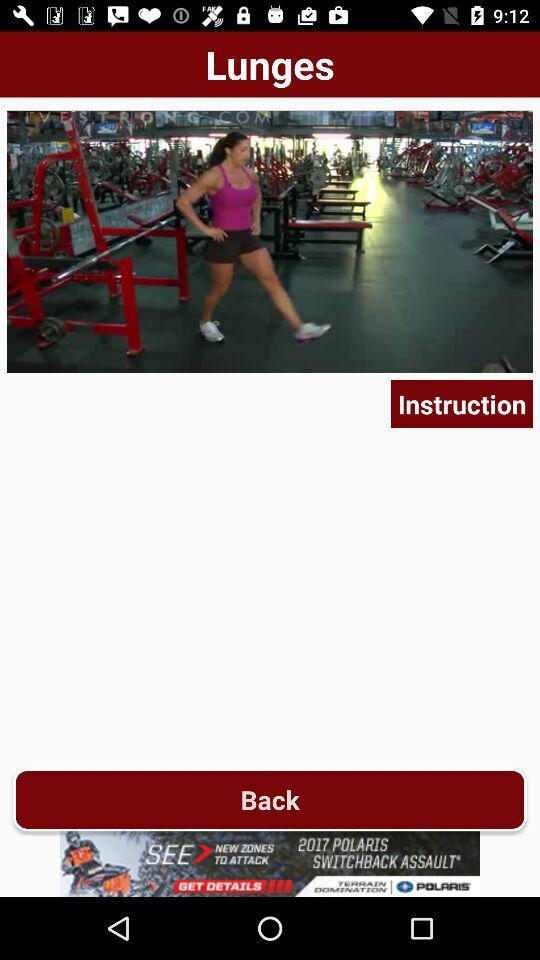 The width and height of the screenshot is (540, 960). Describe the element at coordinates (270, 863) in the screenshot. I see `advertisement link` at that location.